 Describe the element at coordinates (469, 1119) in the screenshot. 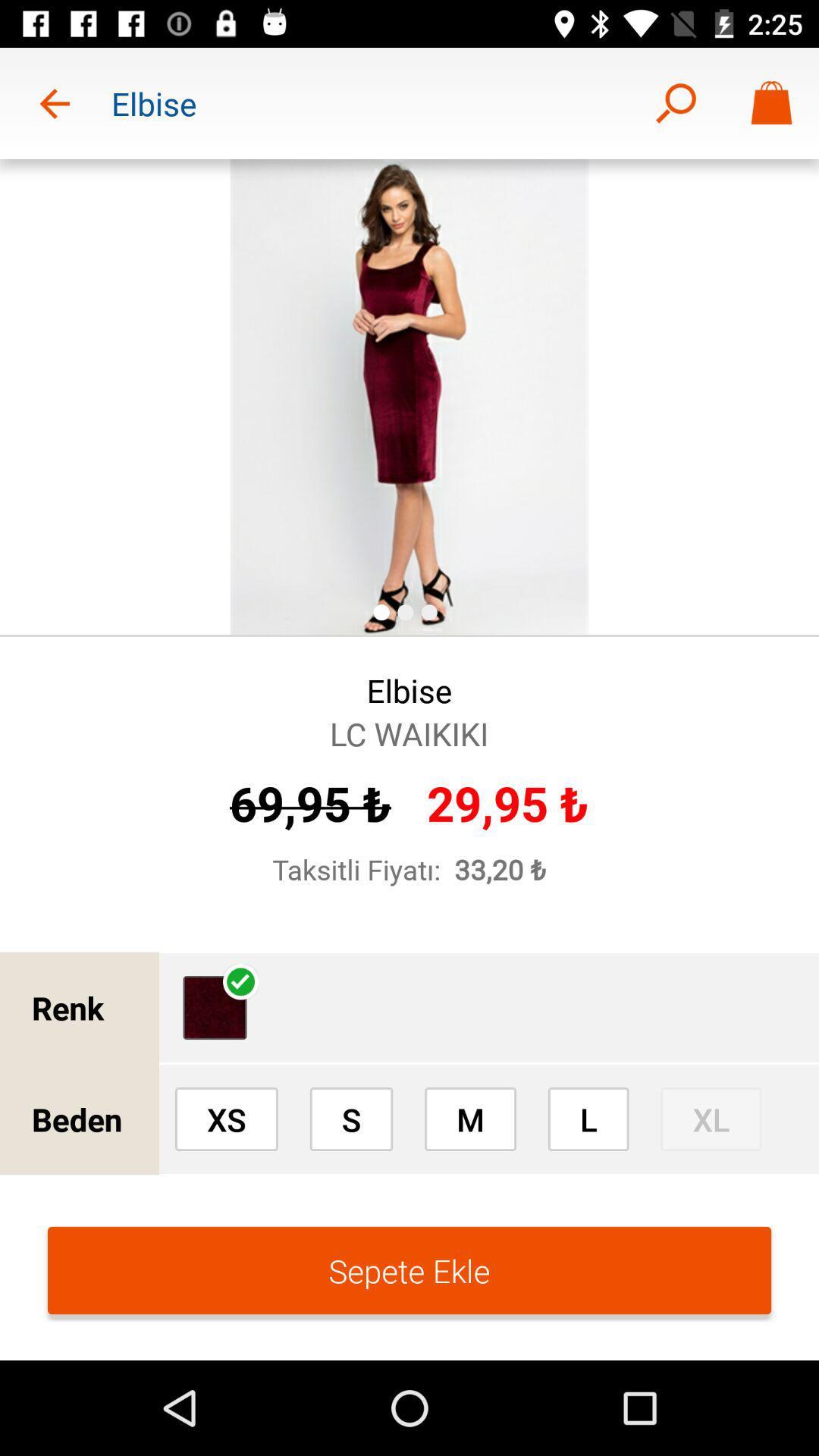

I see `option right to s in beden row` at that location.